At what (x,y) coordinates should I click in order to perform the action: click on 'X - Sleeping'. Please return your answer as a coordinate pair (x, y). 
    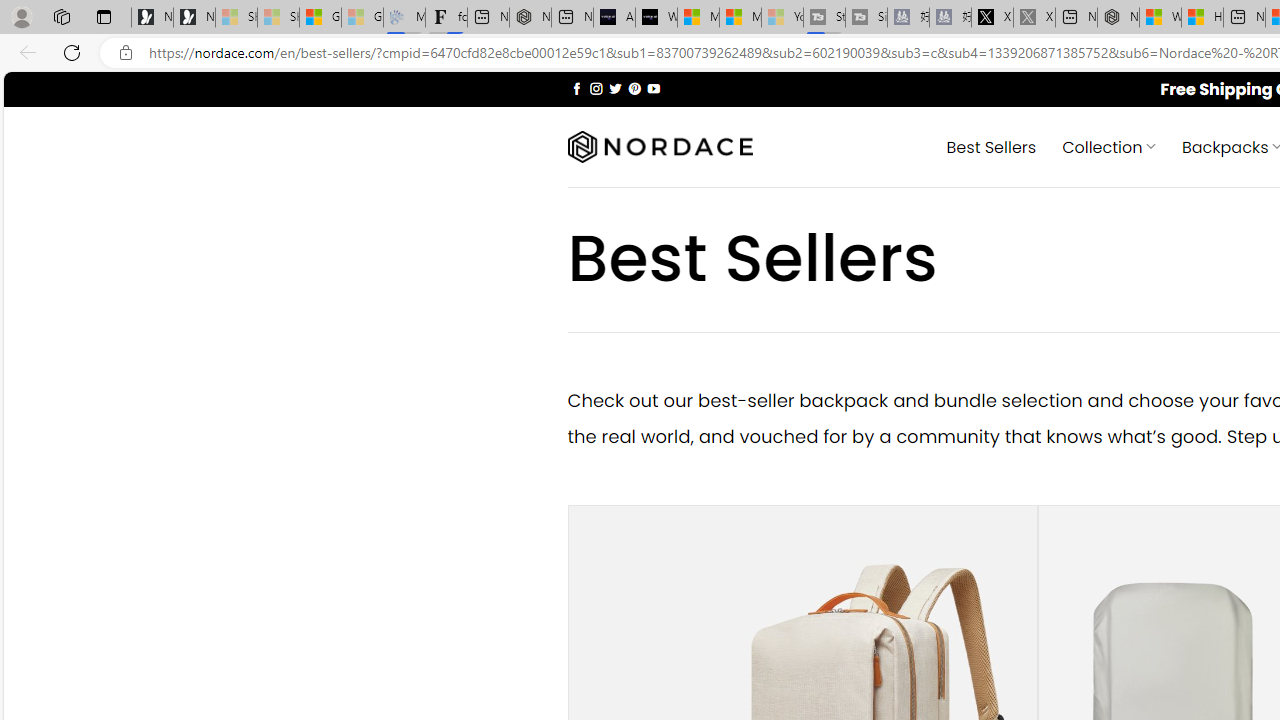
    Looking at the image, I should click on (1034, 17).